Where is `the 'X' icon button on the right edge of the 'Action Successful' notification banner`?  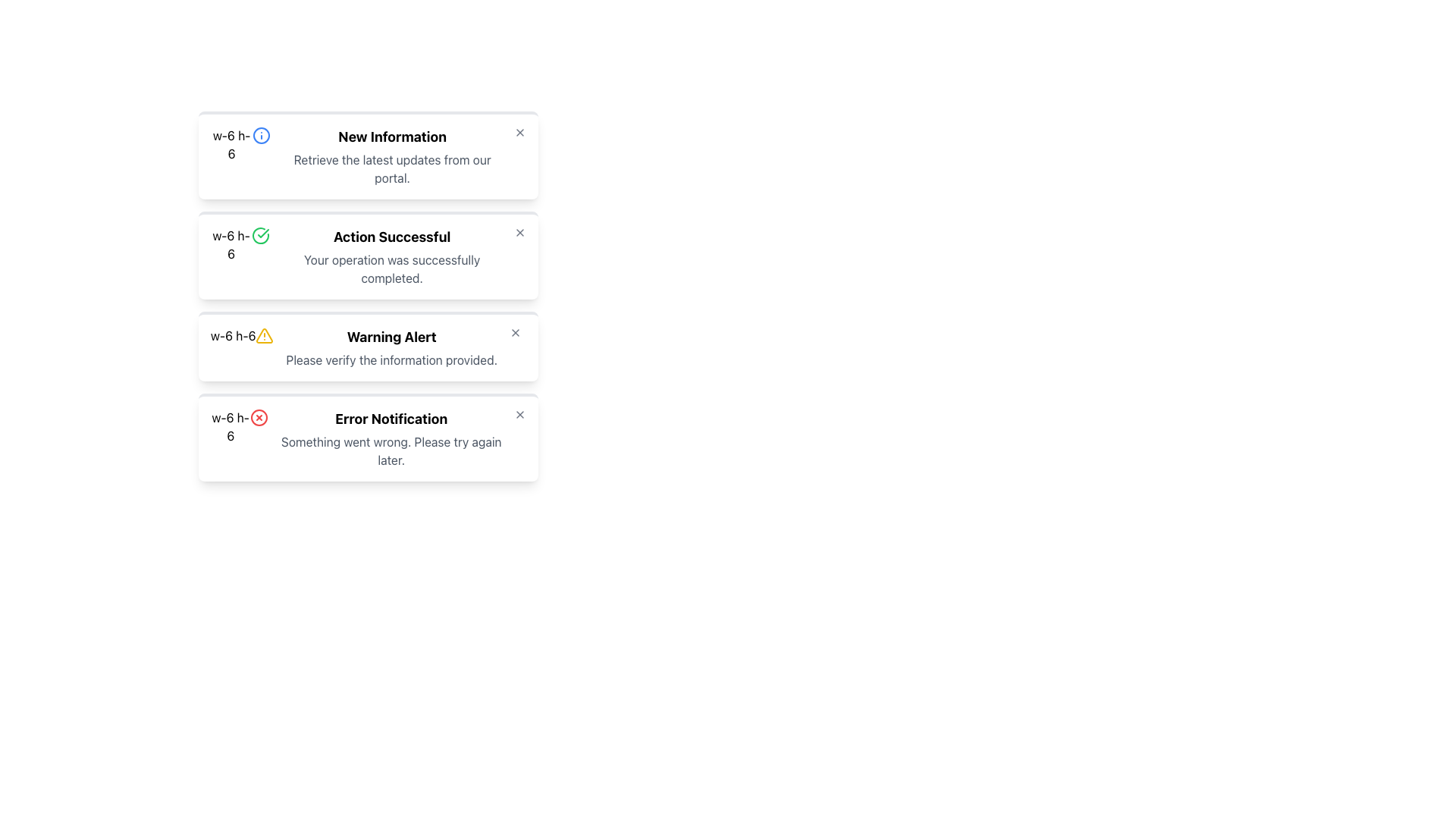 the 'X' icon button on the right edge of the 'Action Successful' notification banner is located at coordinates (520, 233).